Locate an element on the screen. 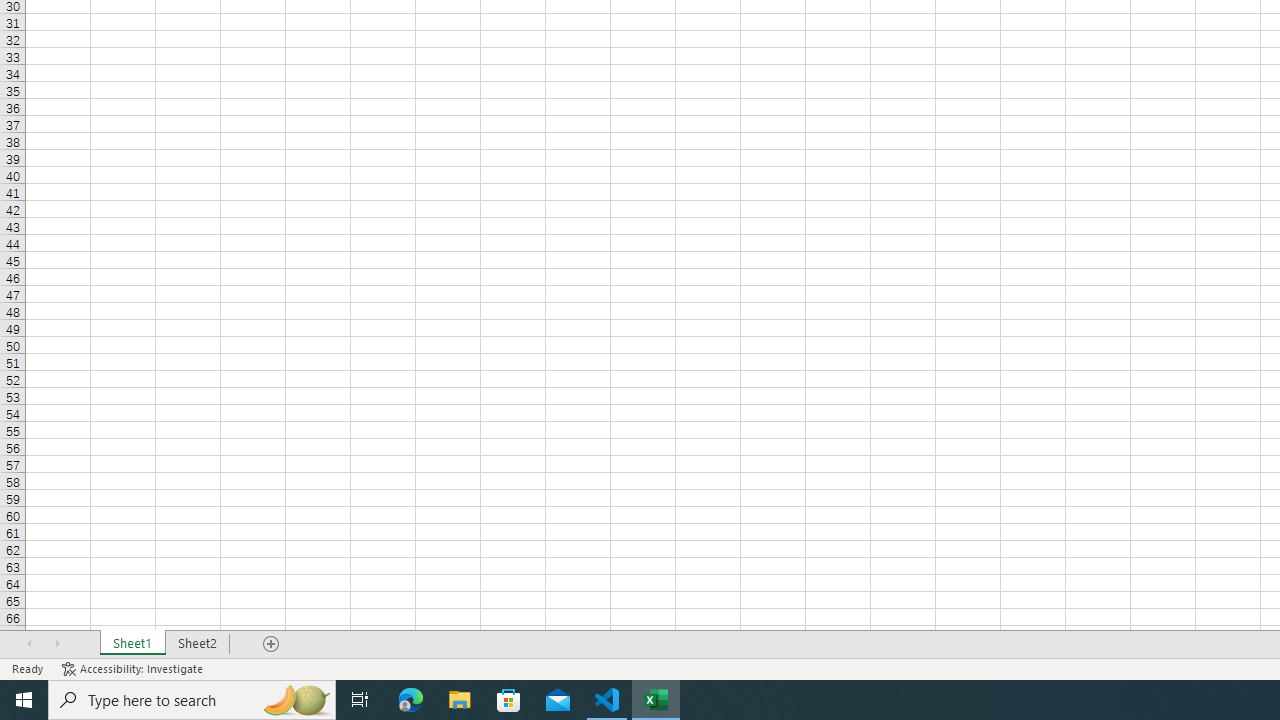 This screenshot has height=720, width=1280. 'Sheet2' is located at coordinates (197, 644).